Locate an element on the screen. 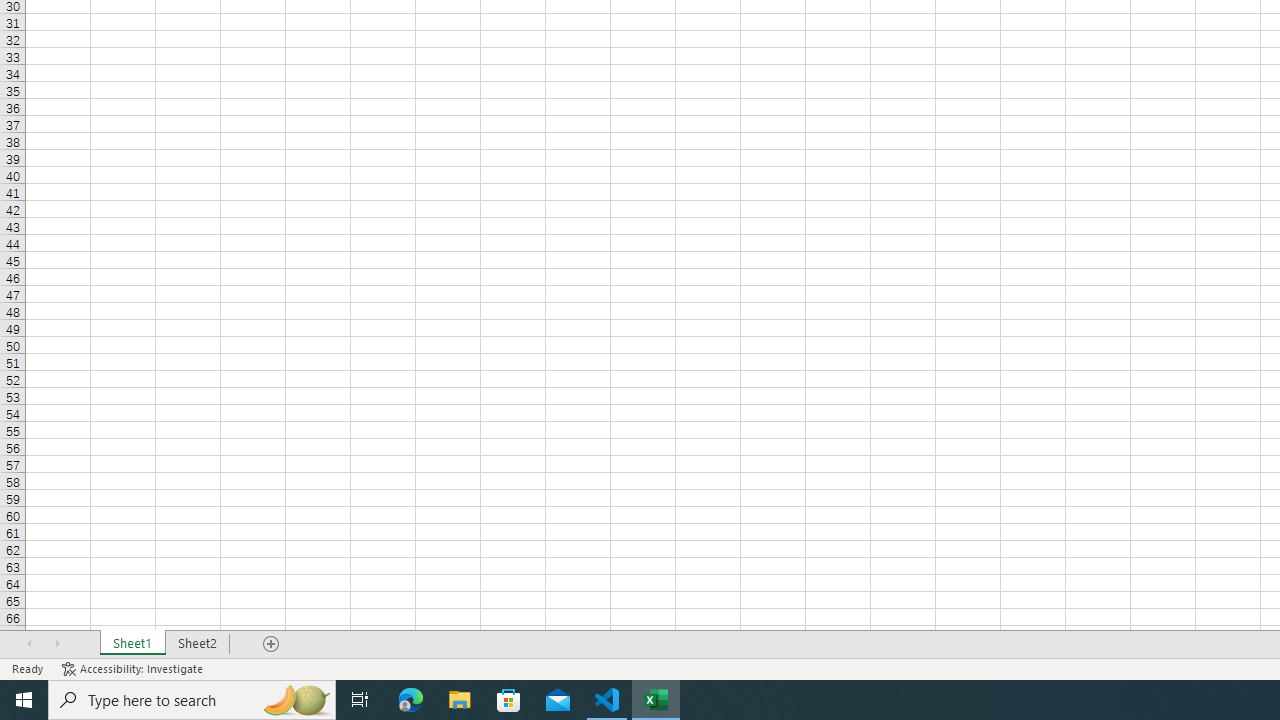 This screenshot has height=720, width=1280. 'Sheet2' is located at coordinates (197, 644).